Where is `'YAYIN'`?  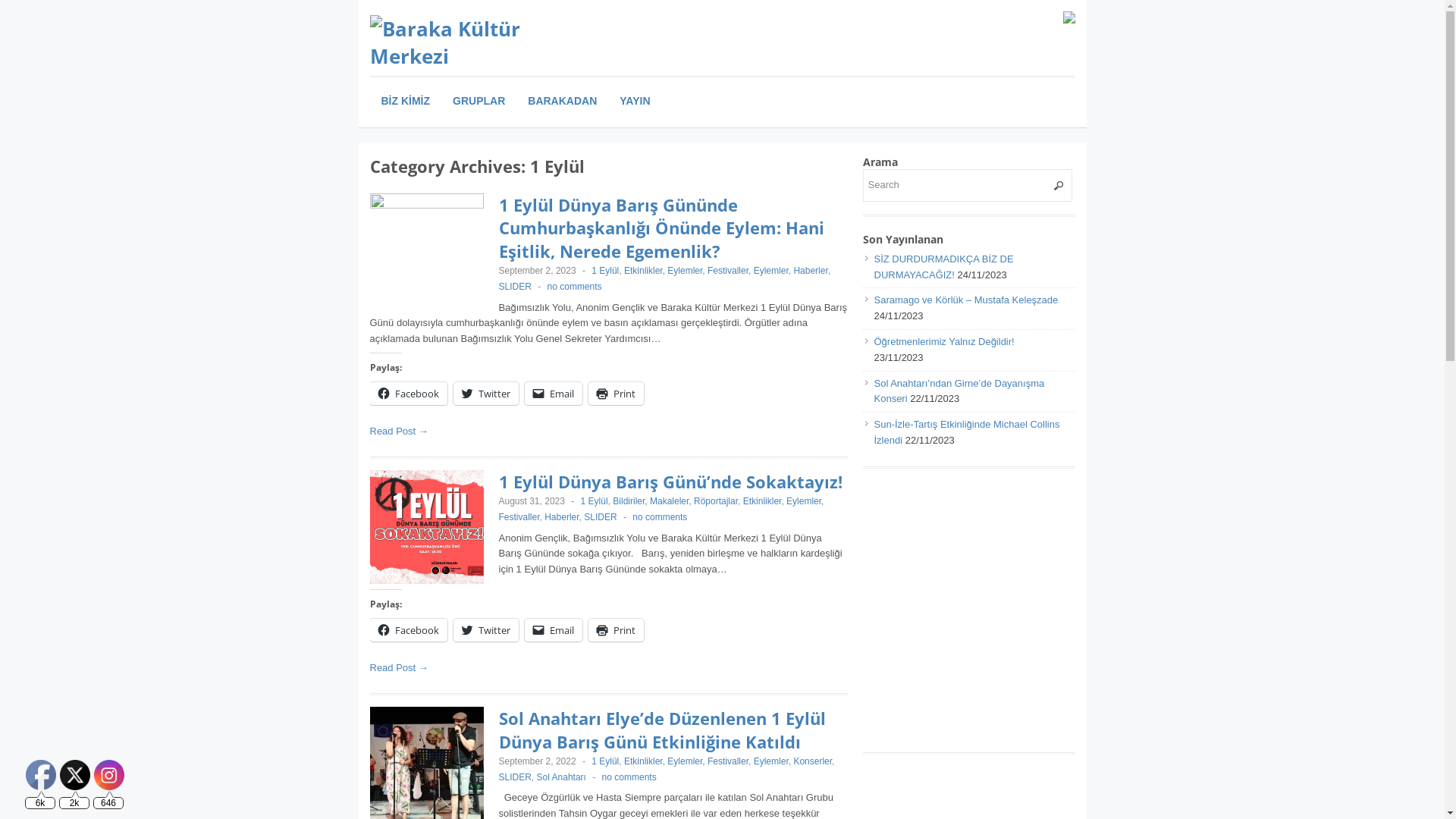
'YAYIN' is located at coordinates (634, 100).